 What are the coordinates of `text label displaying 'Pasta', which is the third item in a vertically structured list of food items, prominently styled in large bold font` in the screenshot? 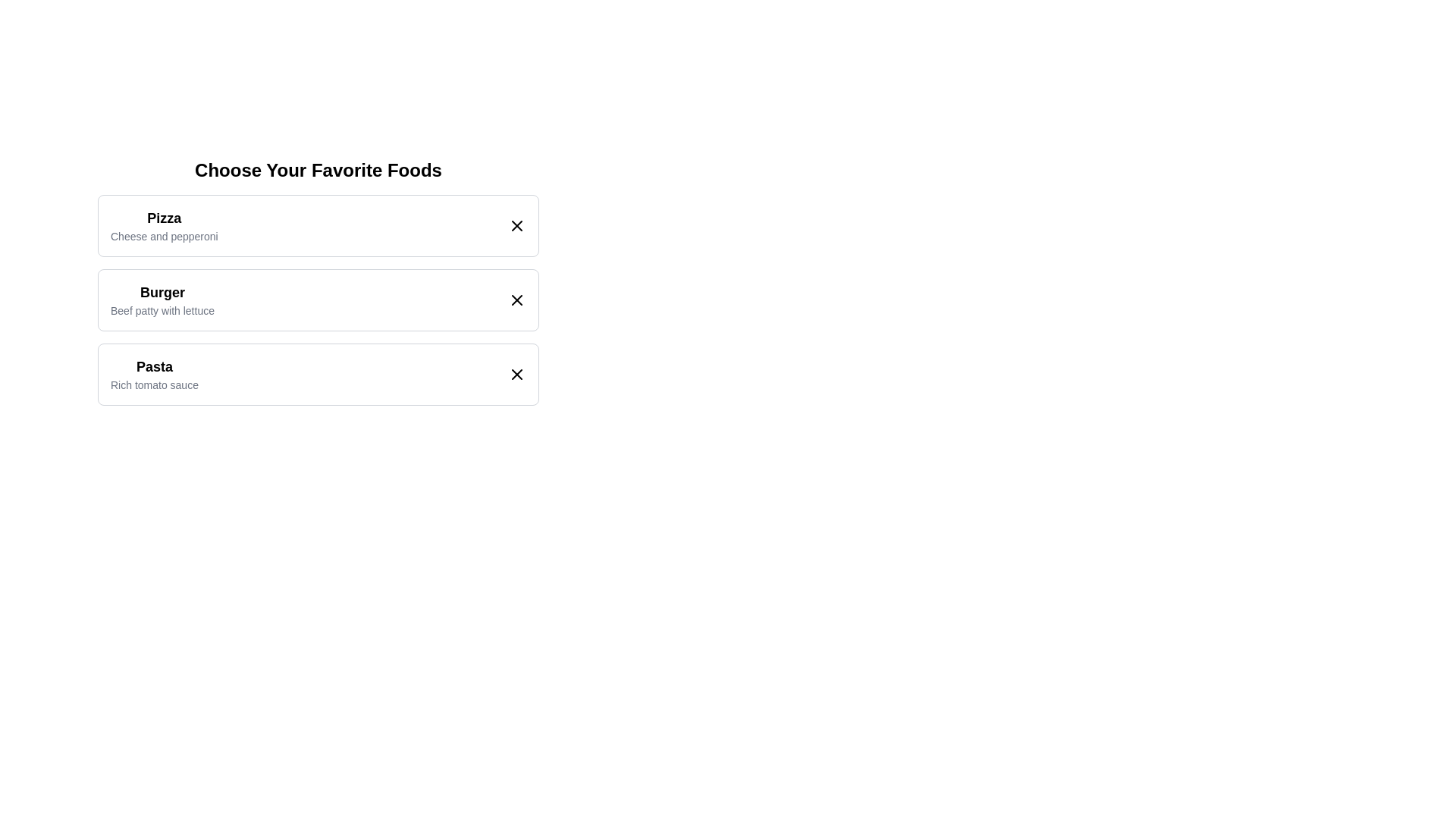 It's located at (154, 366).